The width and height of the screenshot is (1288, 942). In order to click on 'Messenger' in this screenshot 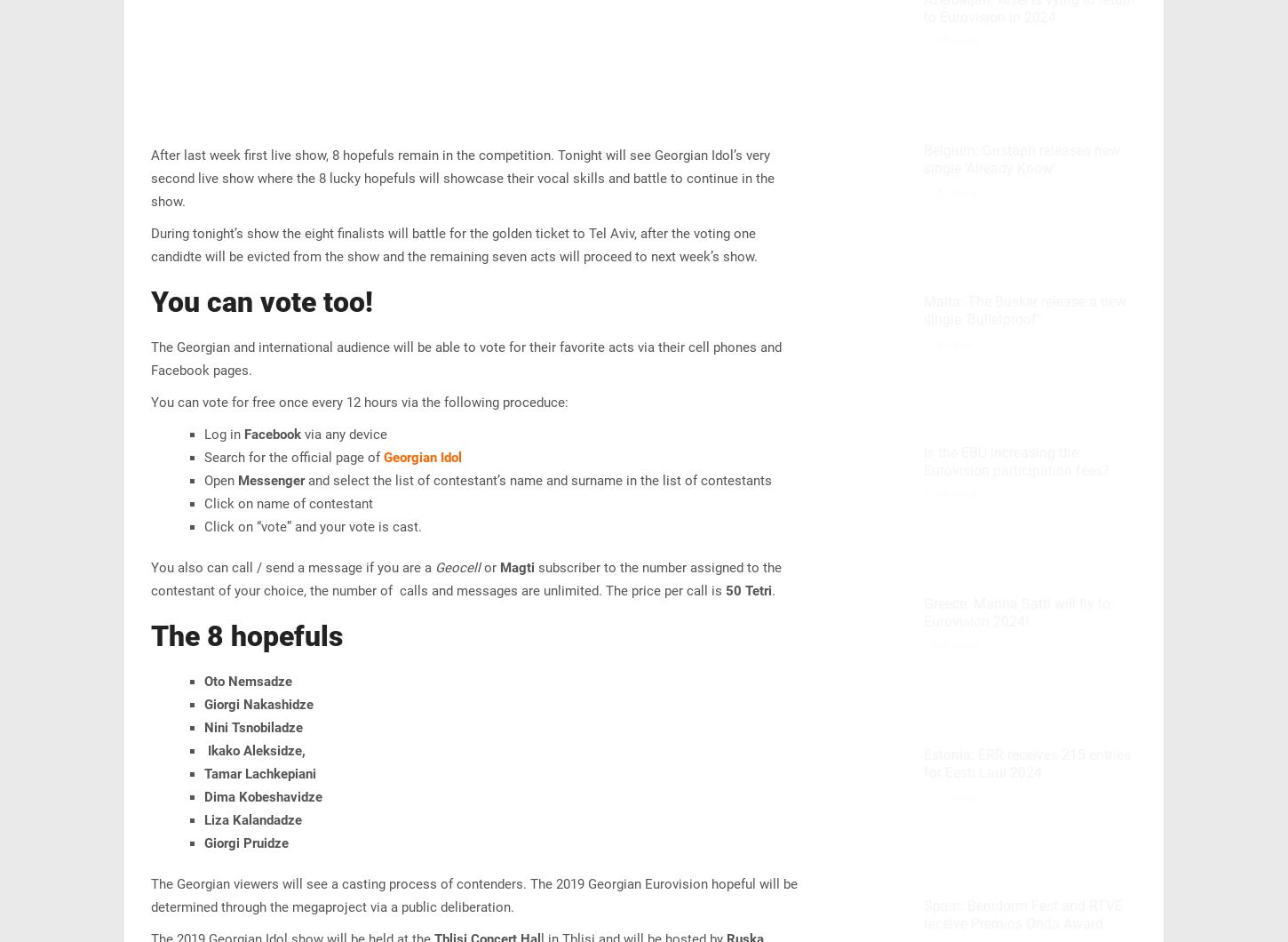, I will do `click(271, 481)`.